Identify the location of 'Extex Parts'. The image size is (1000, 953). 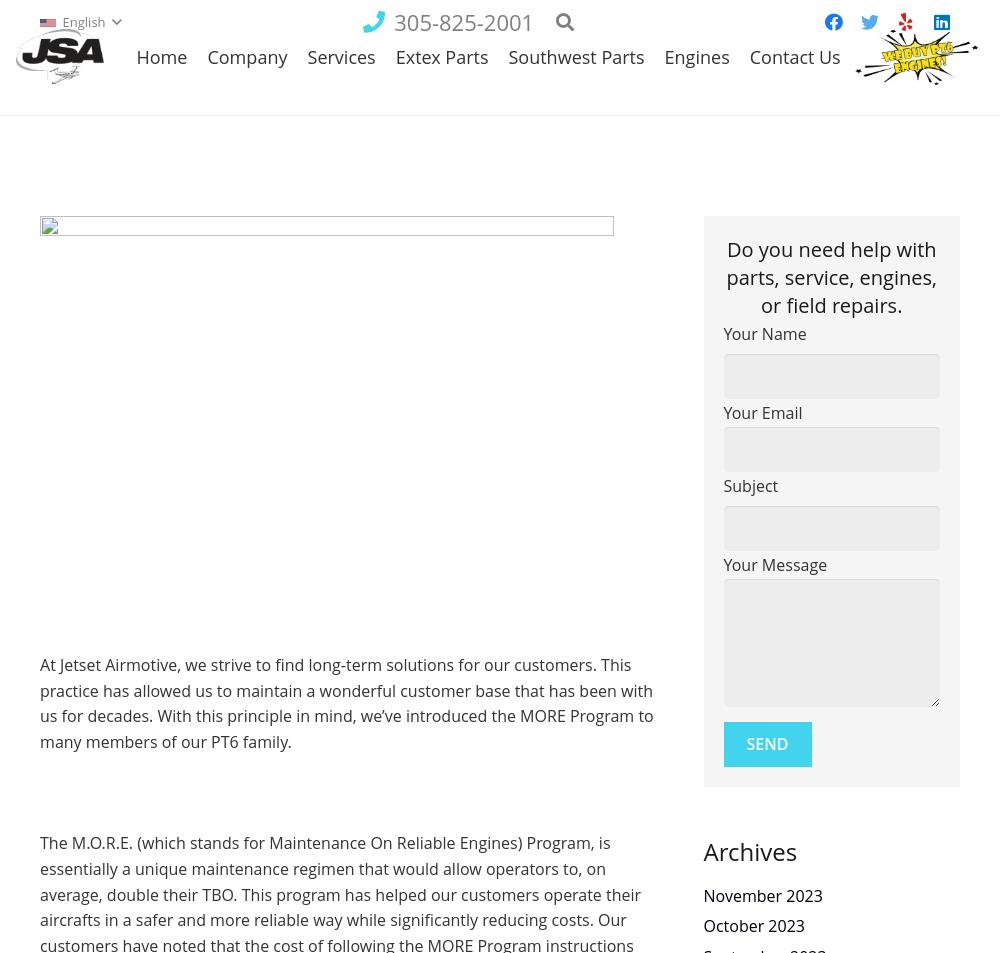
(395, 112).